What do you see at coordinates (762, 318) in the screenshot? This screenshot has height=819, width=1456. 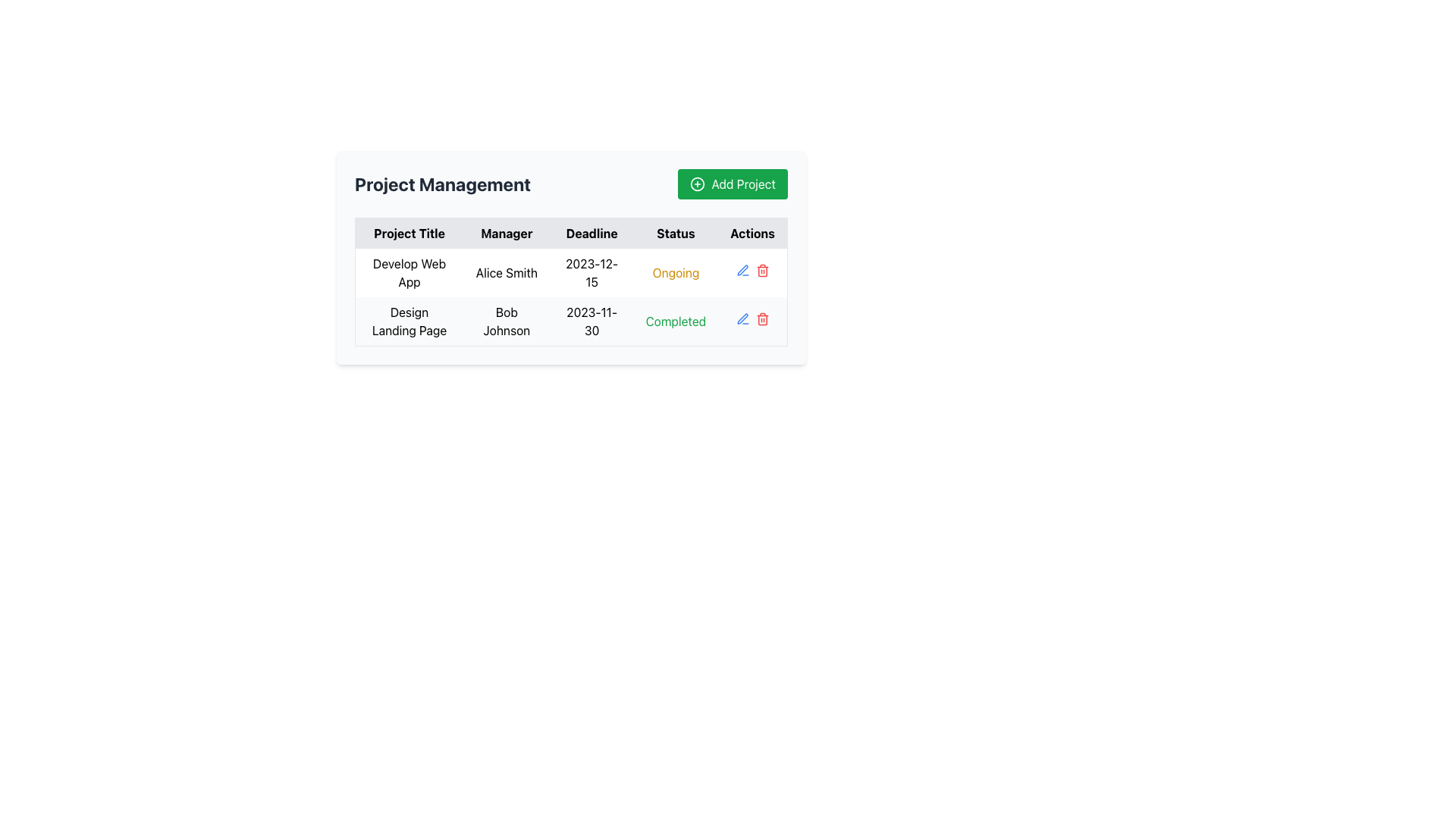 I see `the delete icon button located in the 'Actions' column of the second row of the table to observe the hover color change` at bounding box center [762, 318].